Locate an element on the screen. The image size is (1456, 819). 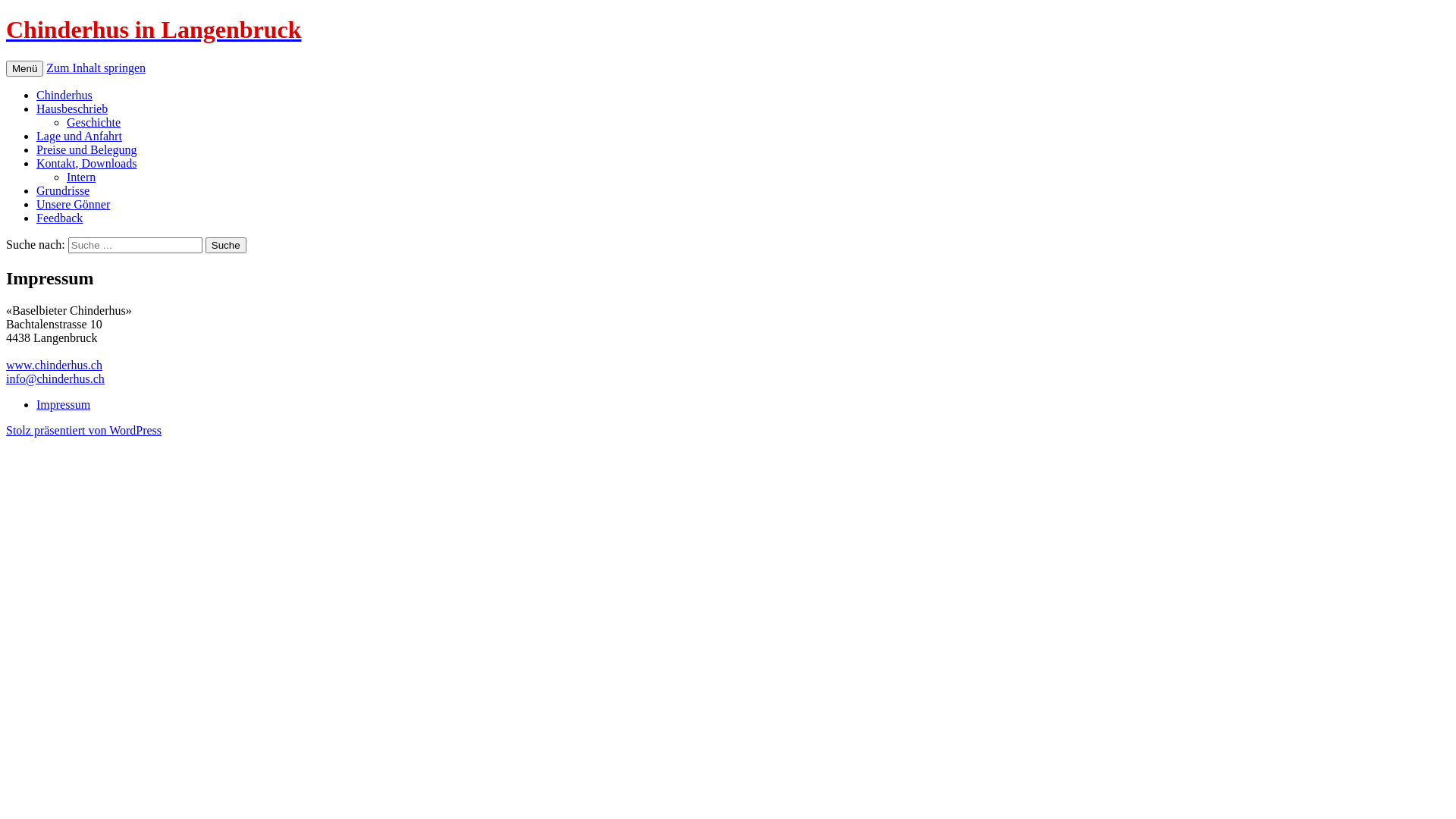
'Geschichte' is located at coordinates (65, 121).